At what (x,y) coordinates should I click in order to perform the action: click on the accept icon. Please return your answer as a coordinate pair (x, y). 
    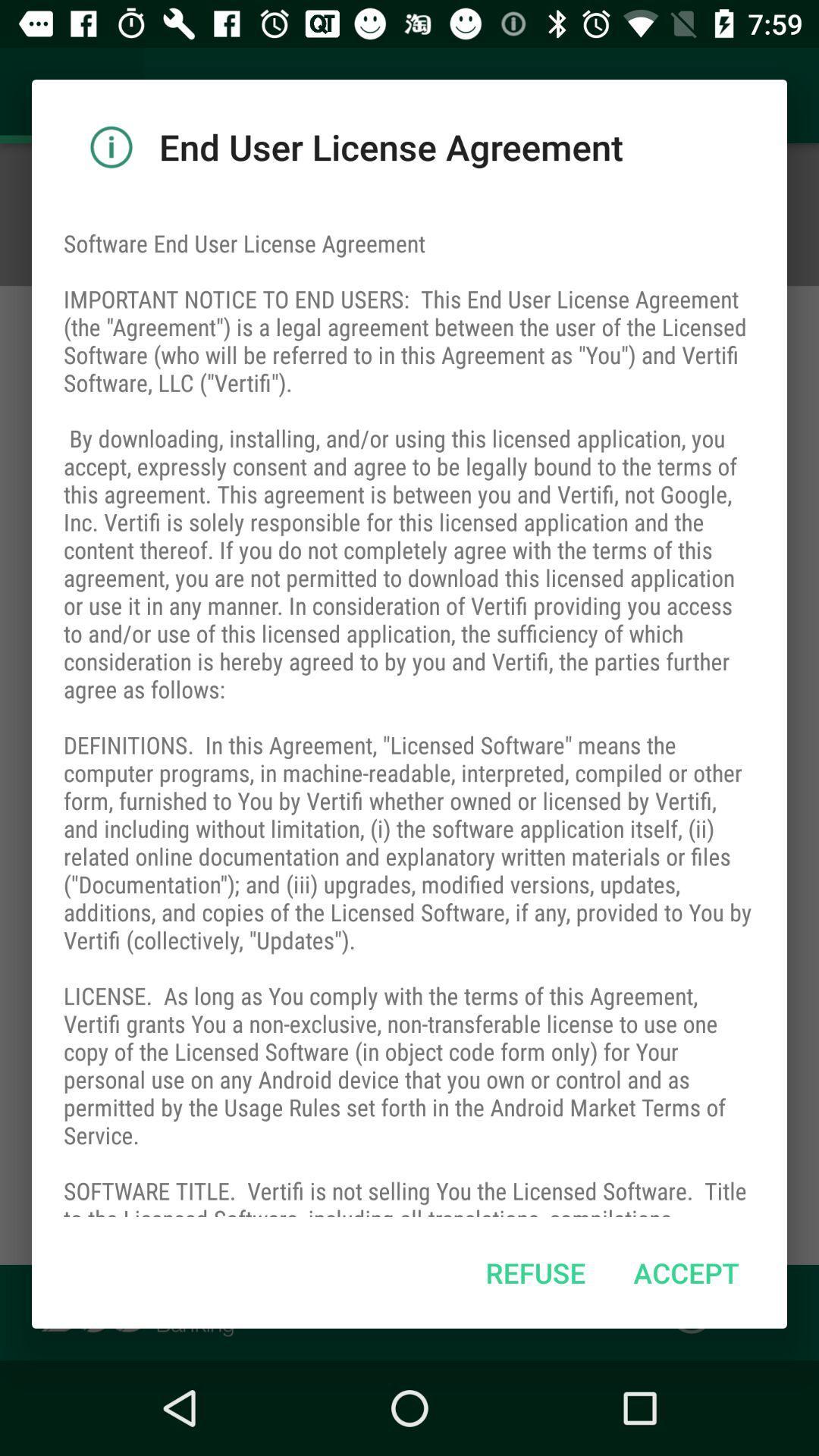
    Looking at the image, I should click on (686, 1272).